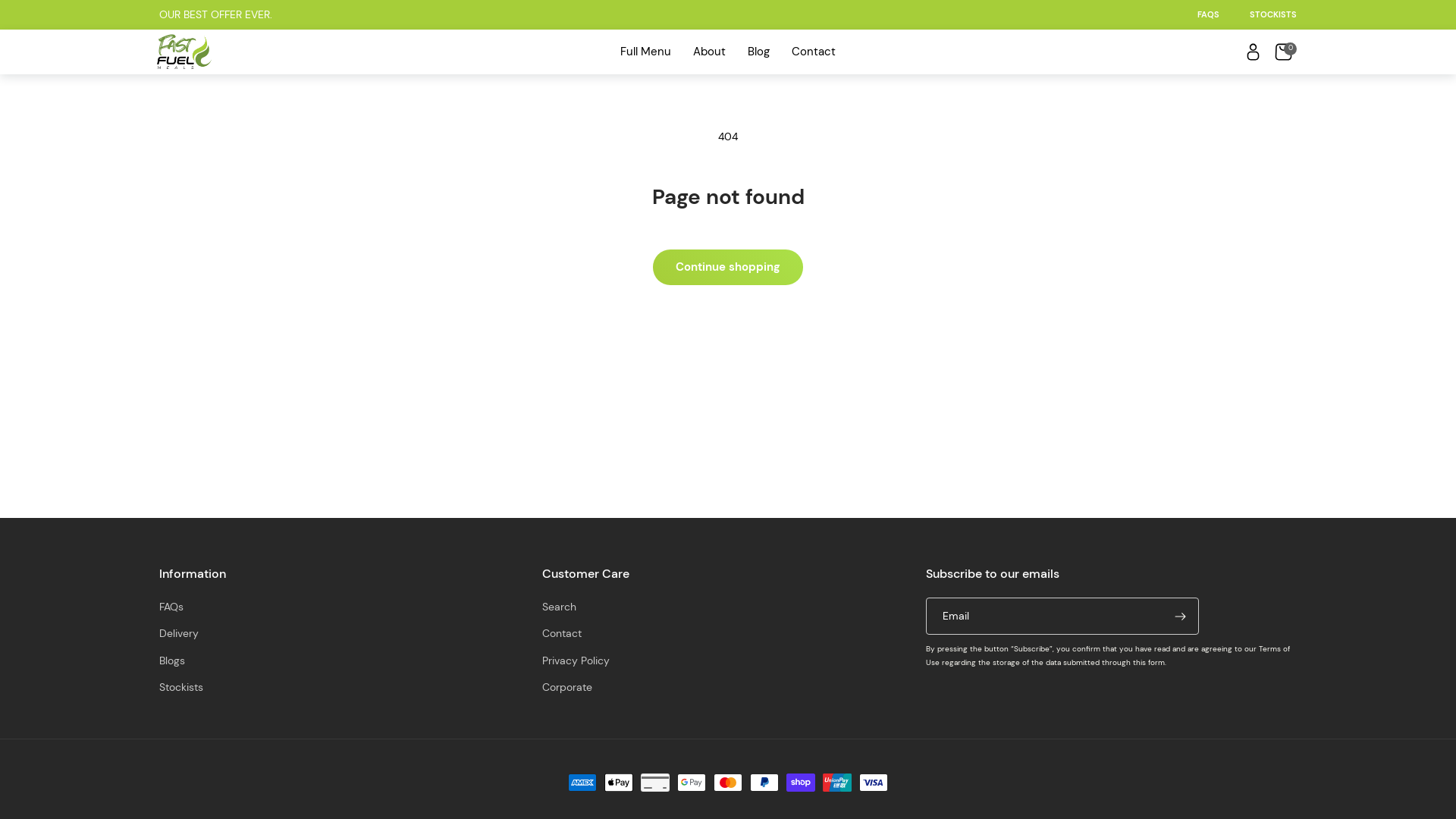  What do you see at coordinates (645, 51) in the screenshot?
I see `'Full Menu'` at bounding box center [645, 51].